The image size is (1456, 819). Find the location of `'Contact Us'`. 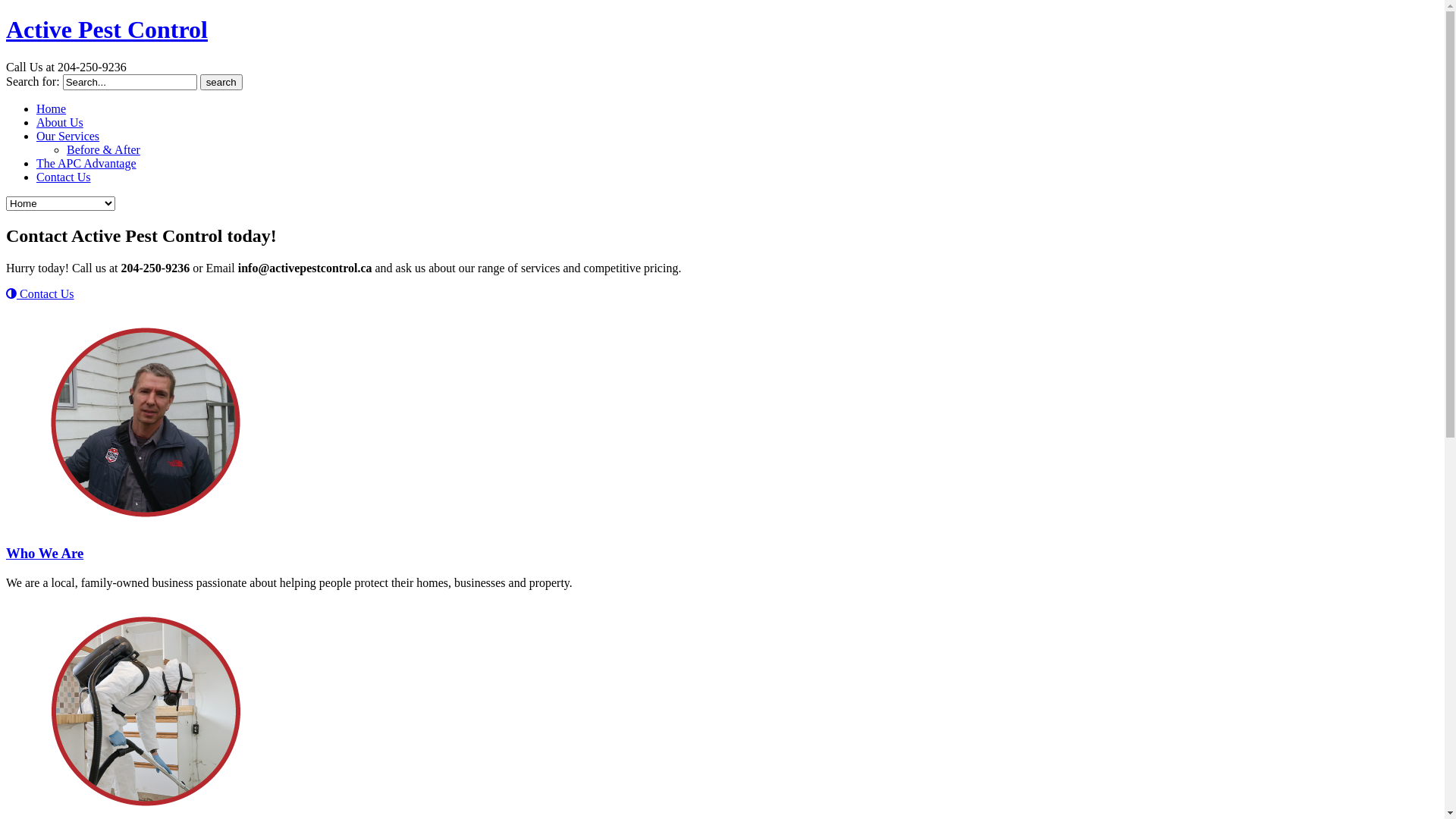

'Contact Us' is located at coordinates (36, 176).